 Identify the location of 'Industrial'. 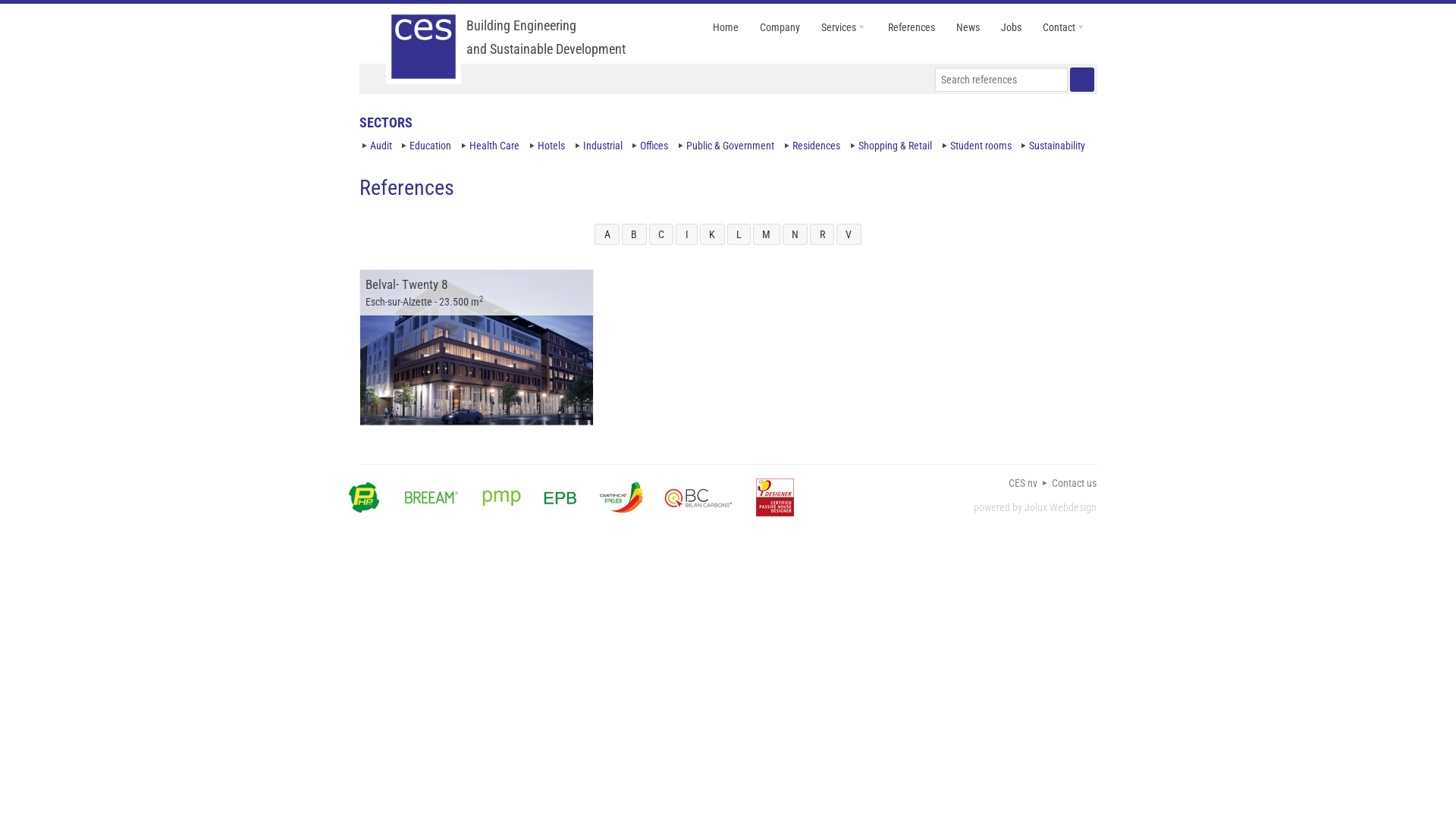
(602, 146).